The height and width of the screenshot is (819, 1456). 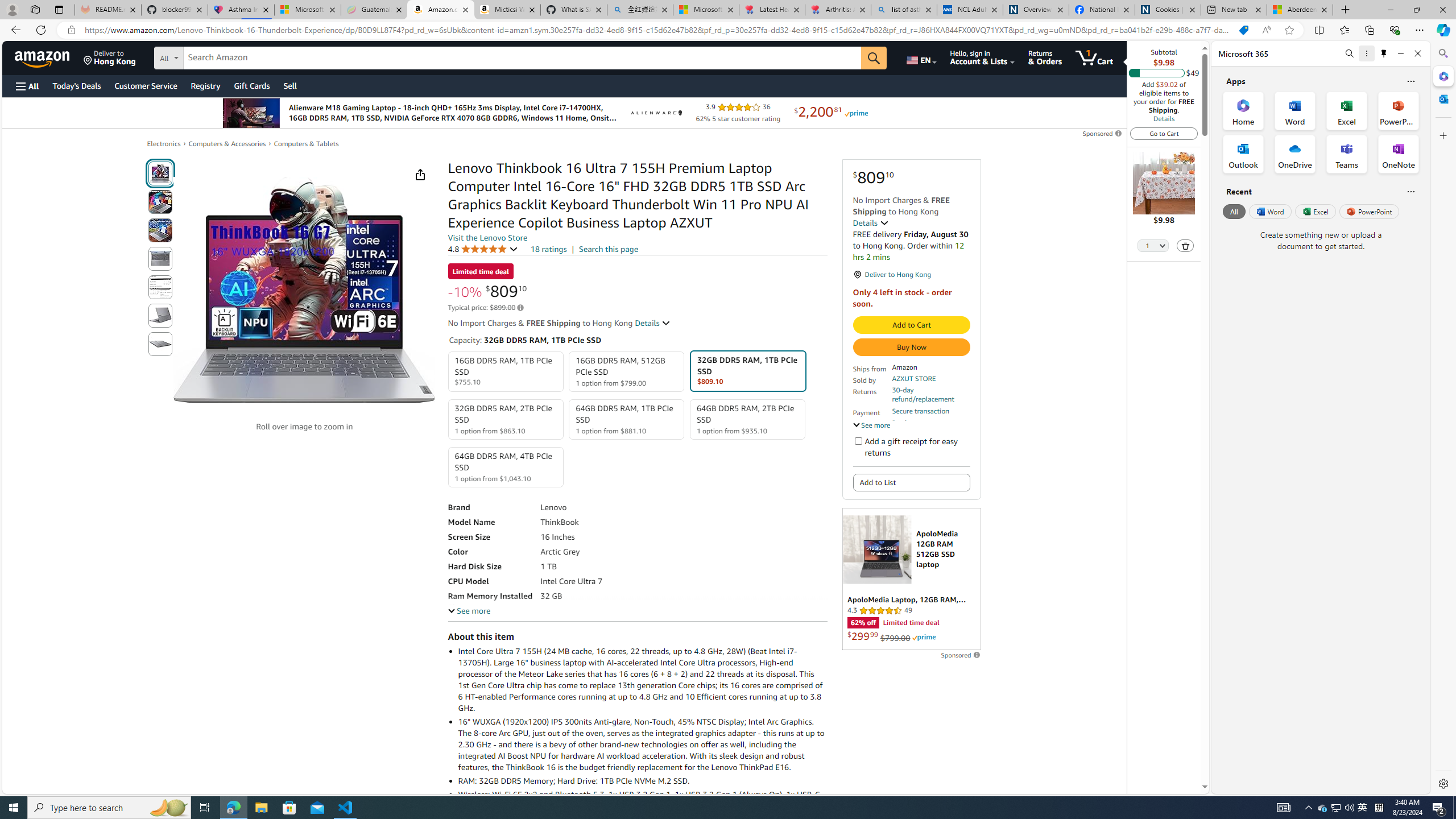 I want to click on 'AZXUT STORE', so click(x=913, y=378).